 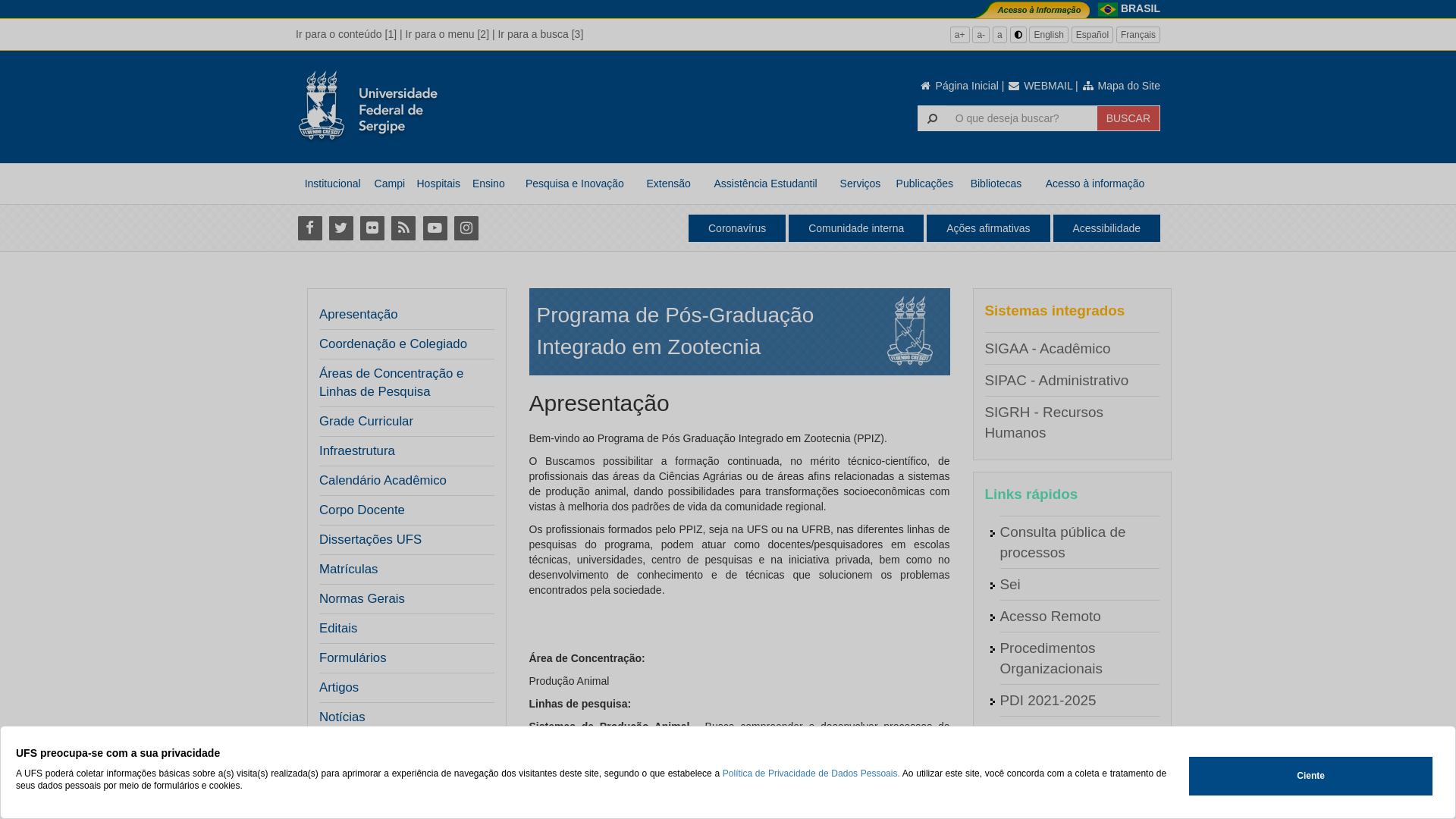 What do you see at coordinates (434, 227) in the screenshot?
I see `'Youtube'` at bounding box center [434, 227].